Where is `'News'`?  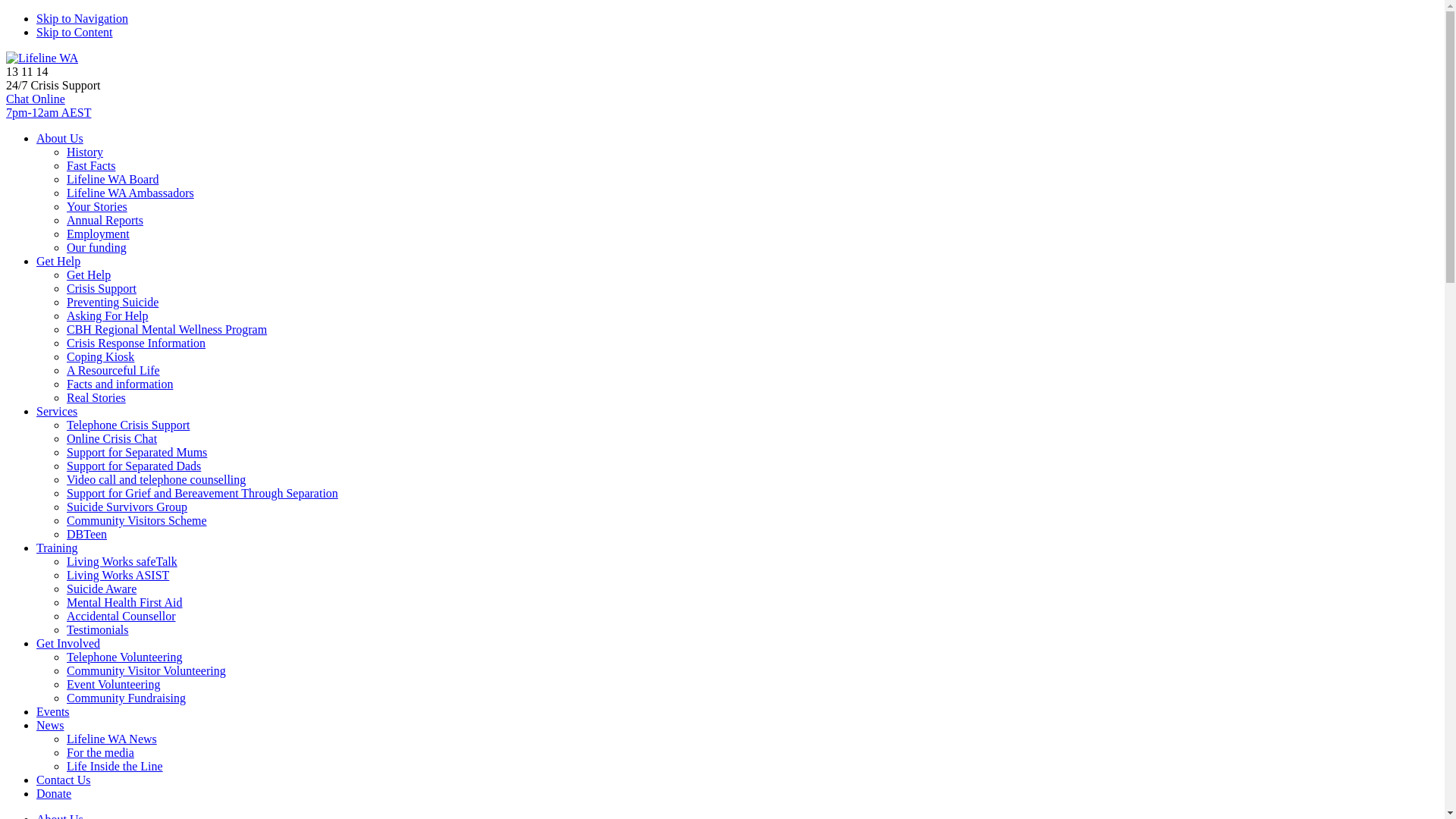
'News' is located at coordinates (50, 724).